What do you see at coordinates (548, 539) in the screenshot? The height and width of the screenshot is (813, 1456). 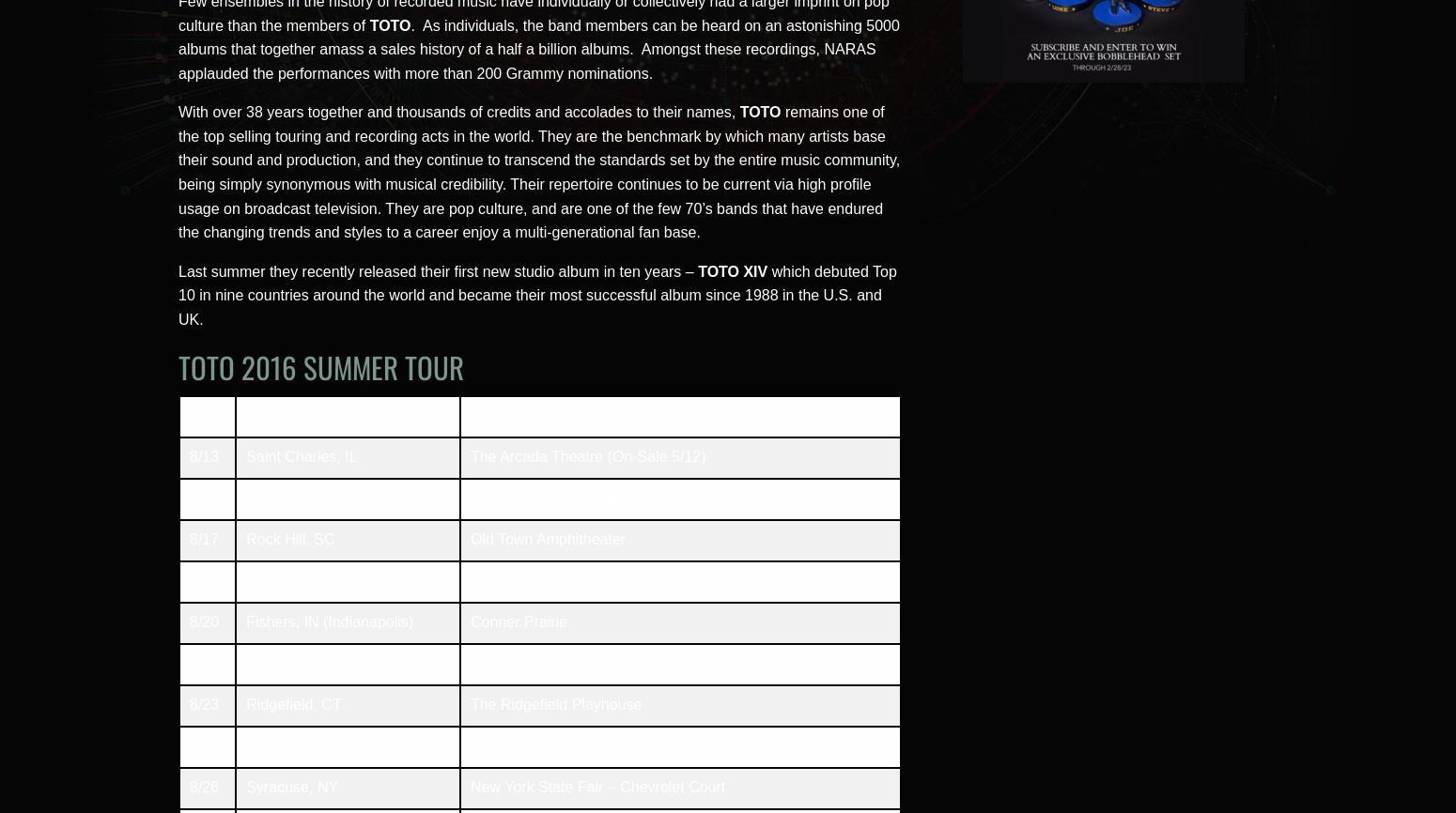 I see `'Old Town Amphitheater'` at bounding box center [548, 539].